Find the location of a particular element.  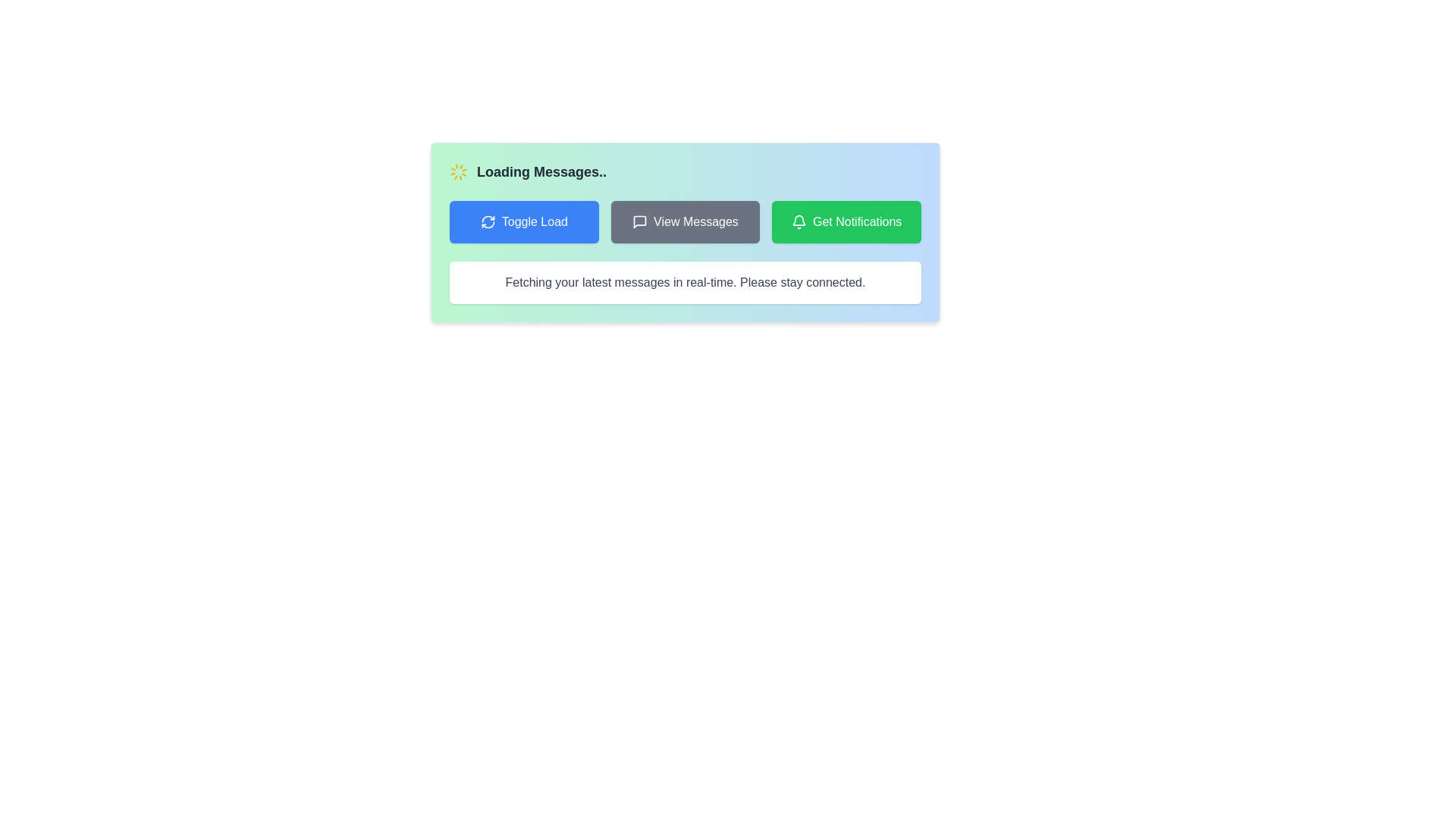

the visual representation icon for the 'Get Notifications' button, located at the rightmost position of the button row is located at coordinates (798, 222).